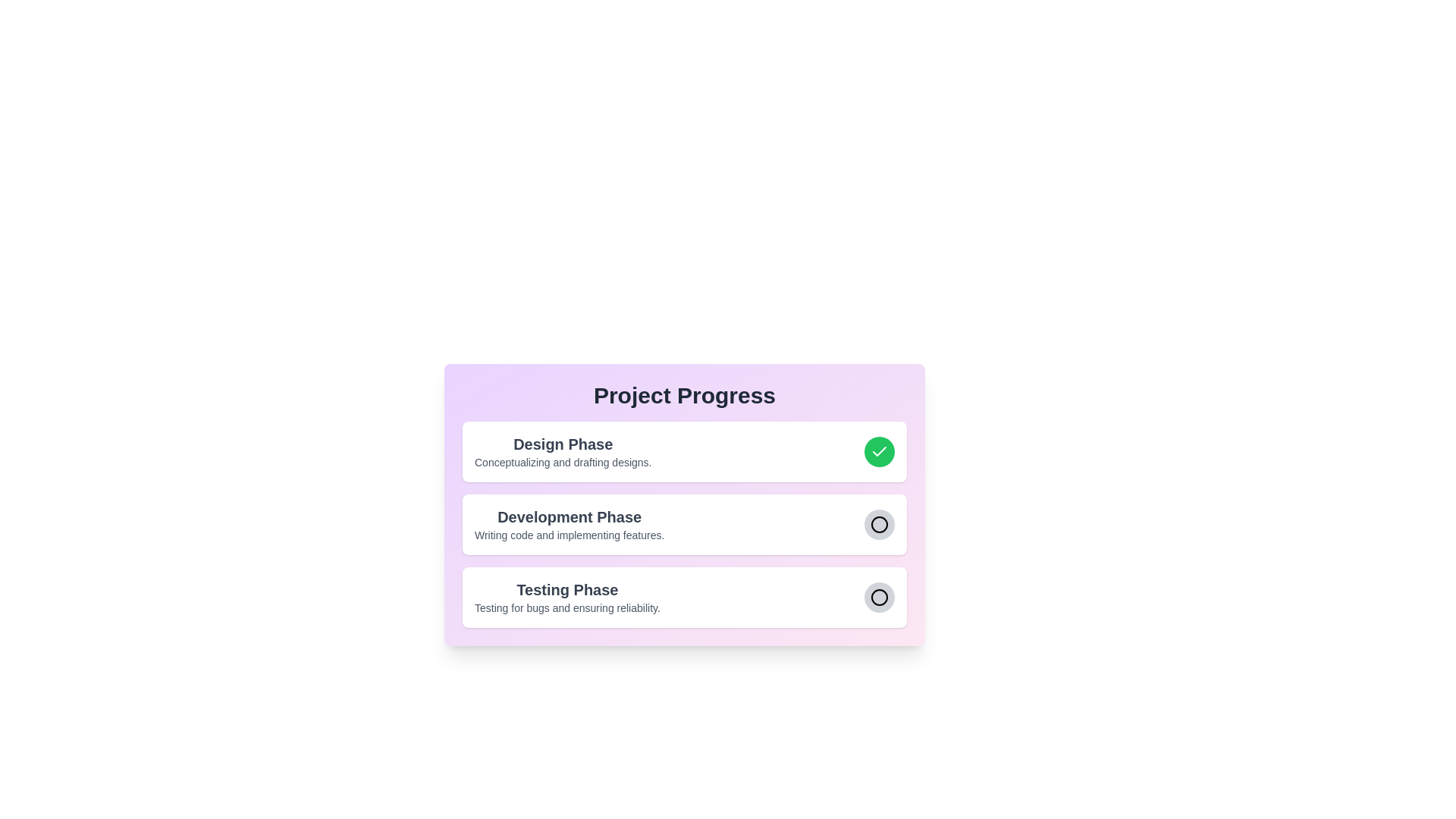  What do you see at coordinates (683, 505) in the screenshot?
I see `the 'Development Phase' informative card in the project progress tracker` at bounding box center [683, 505].